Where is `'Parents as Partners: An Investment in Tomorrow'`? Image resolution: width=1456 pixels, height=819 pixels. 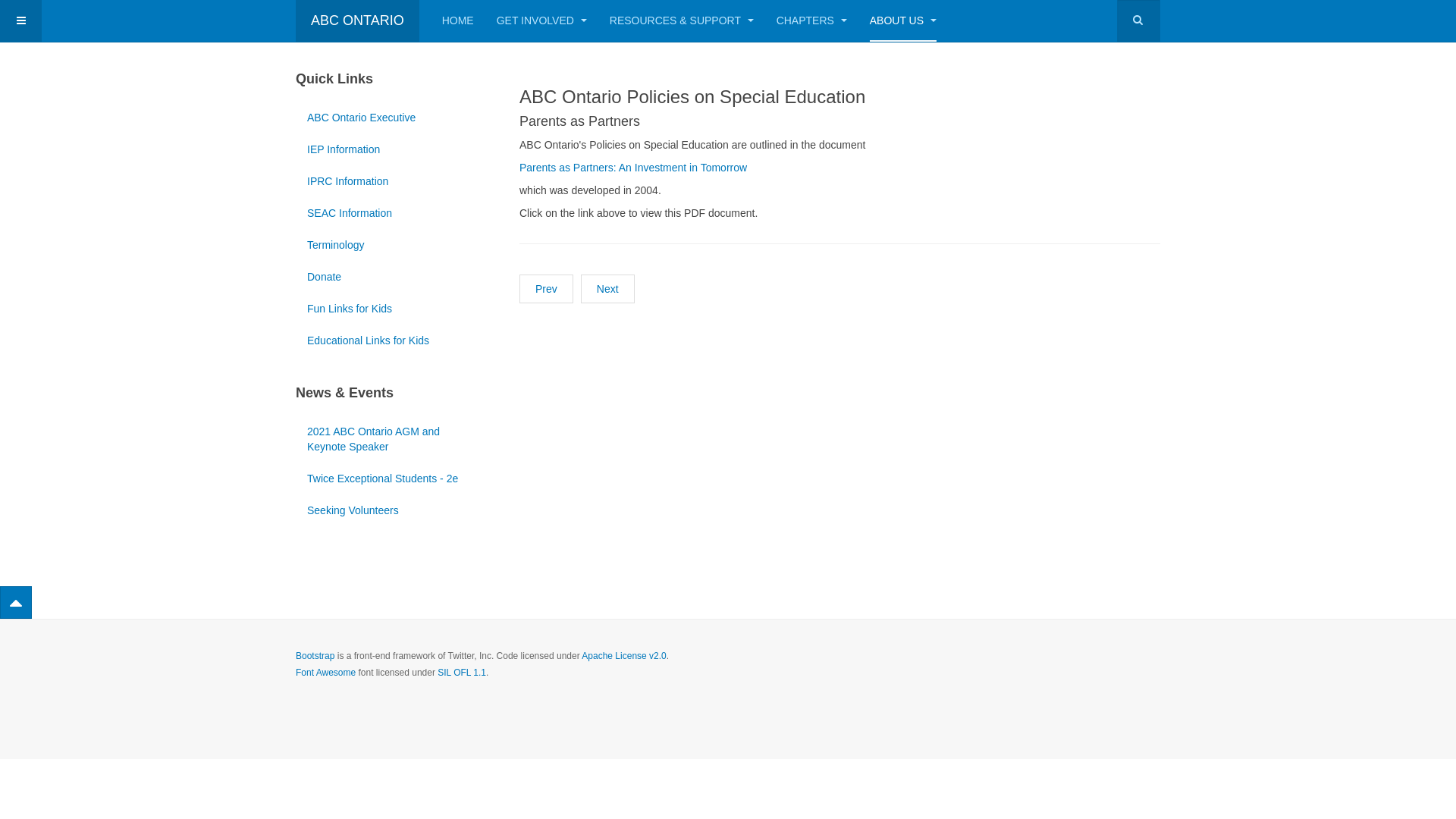 'Parents as Partners: An Investment in Tomorrow' is located at coordinates (633, 167).